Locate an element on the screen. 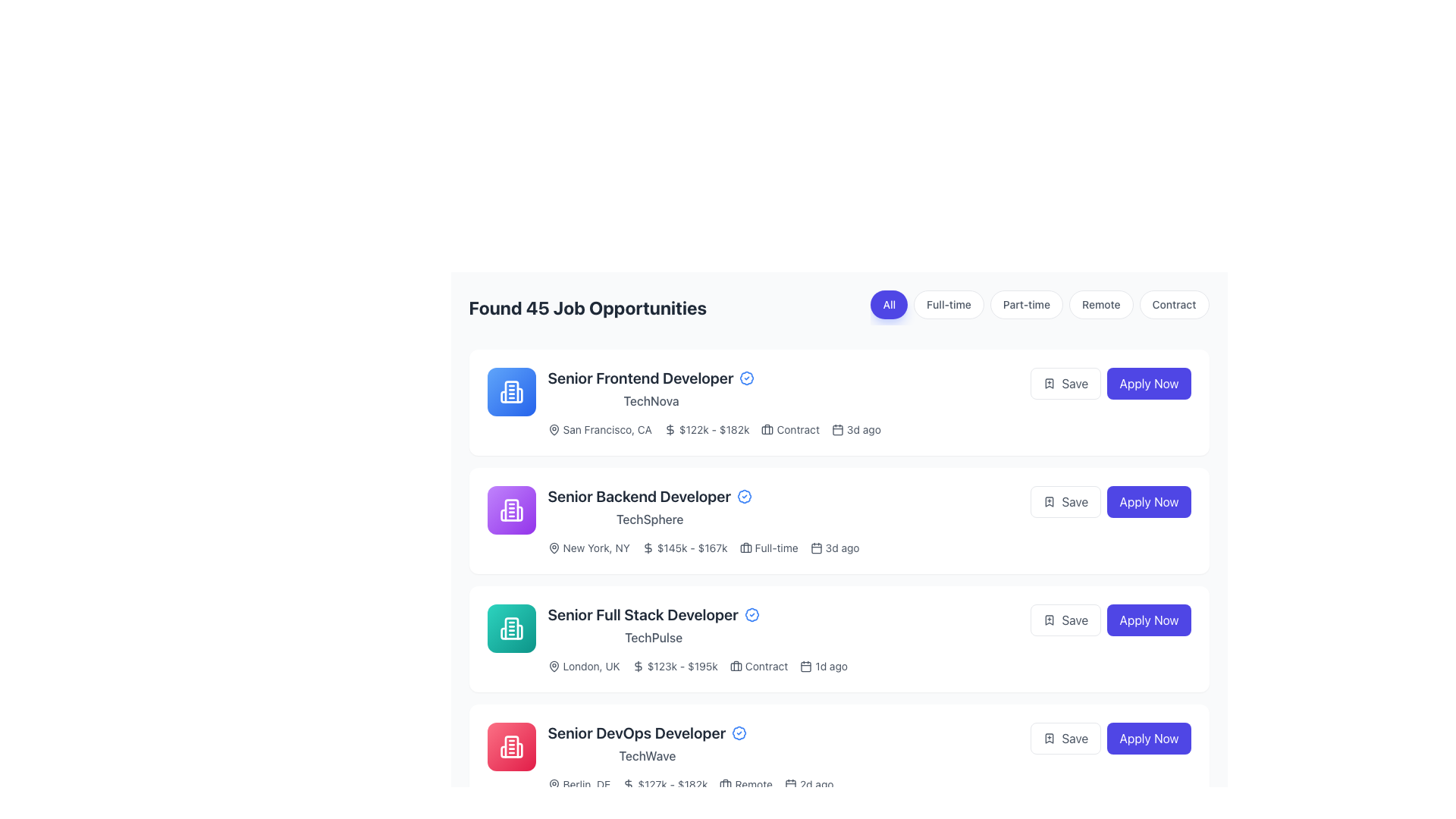 This screenshot has height=819, width=1456. the icon associated with the job listing for 'New York, NY', which is the second job entry in the list of job opportunities is located at coordinates (553, 548).